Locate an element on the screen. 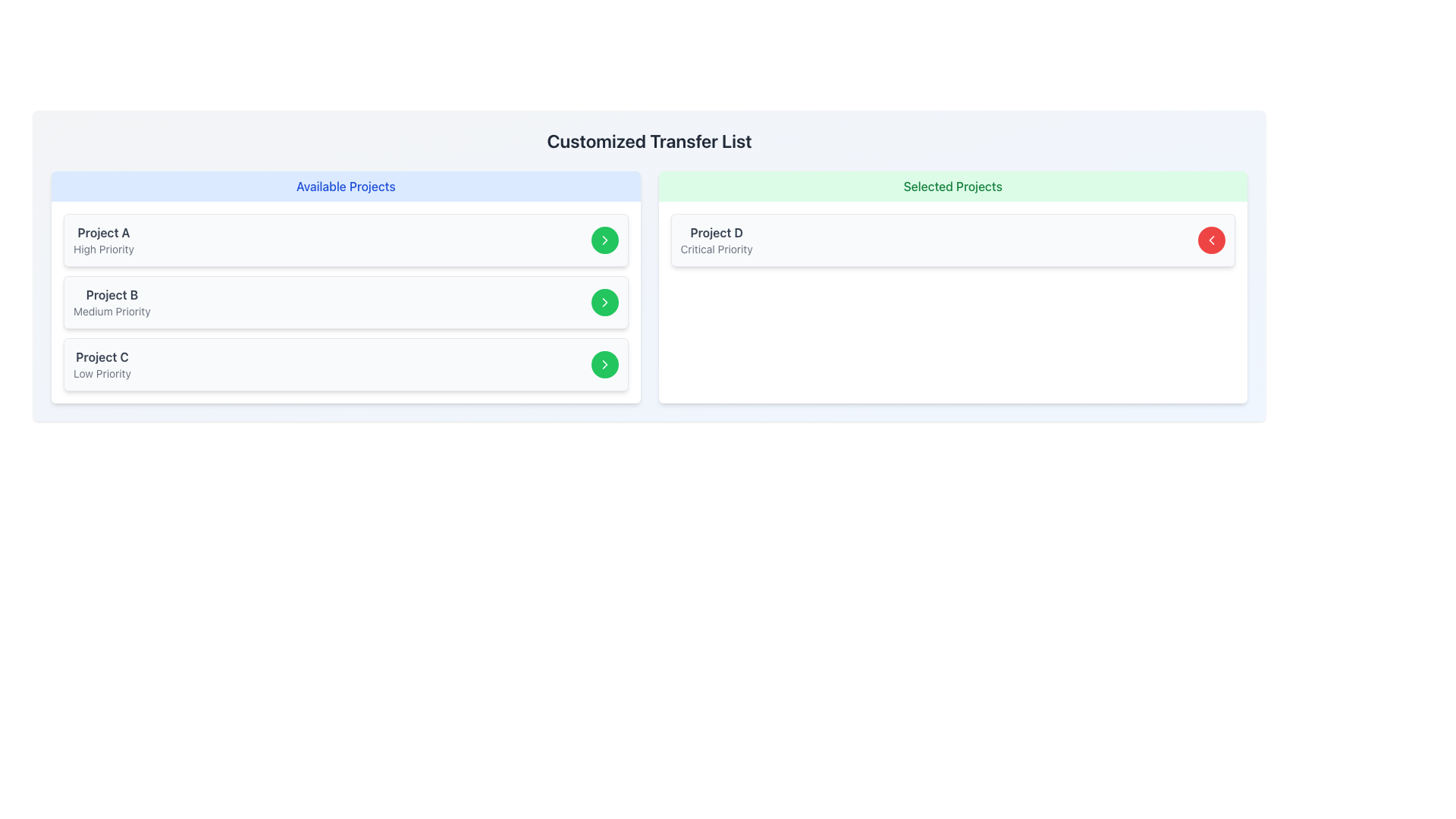 Image resolution: width=1456 pixels, height=819 pixels. the text label displaying 'Project C' with 'Low Priority' in the 'Available Projects' list, which is the third card below 'Project B' is located at coordinates (101, 365).